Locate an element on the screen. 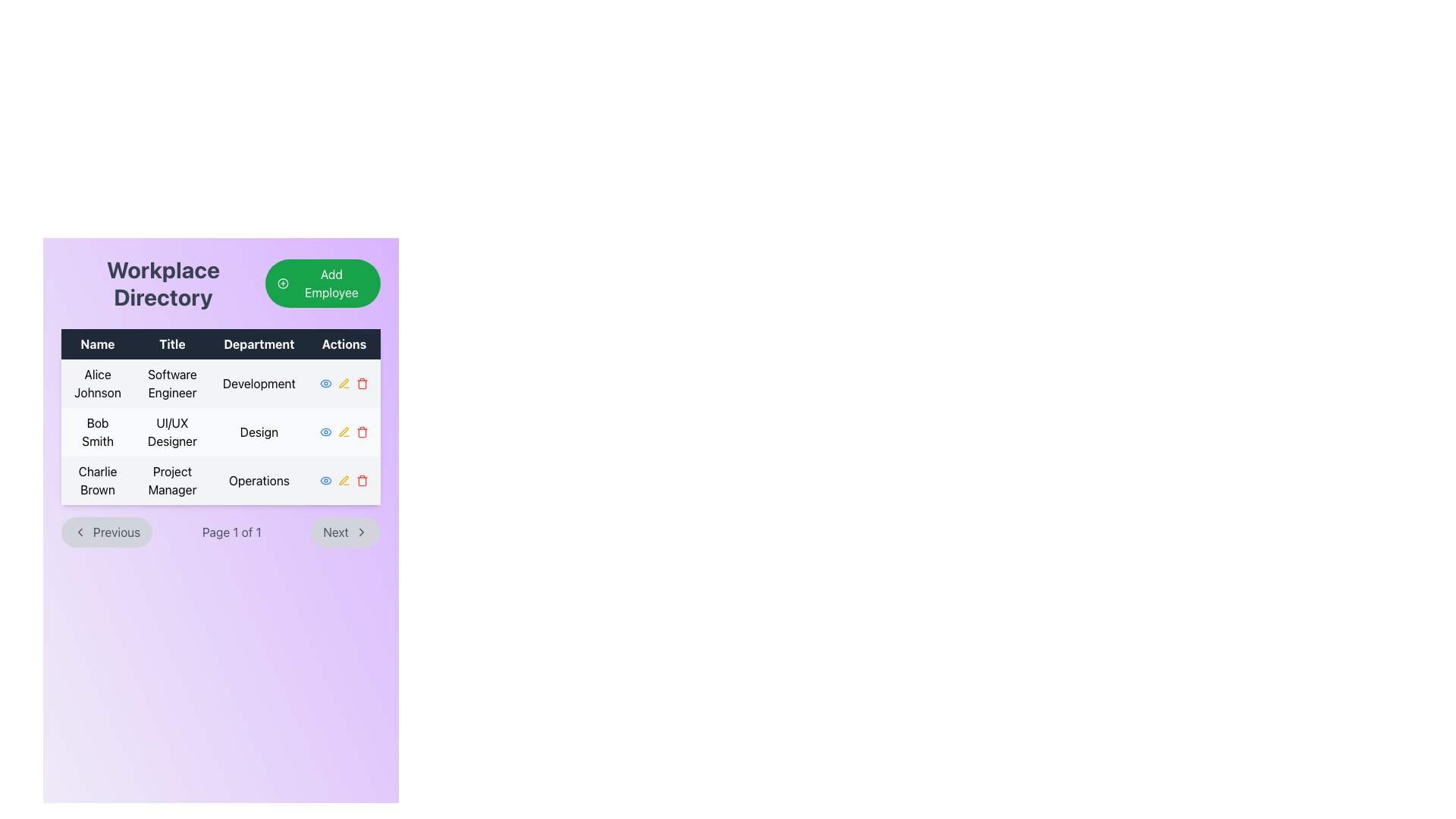 This screenshot has width=1456, height=819. the backward navigation icon located to the left of the 'Previous' button's text label in the bottom navigation section is located at coordinates (79, 532).